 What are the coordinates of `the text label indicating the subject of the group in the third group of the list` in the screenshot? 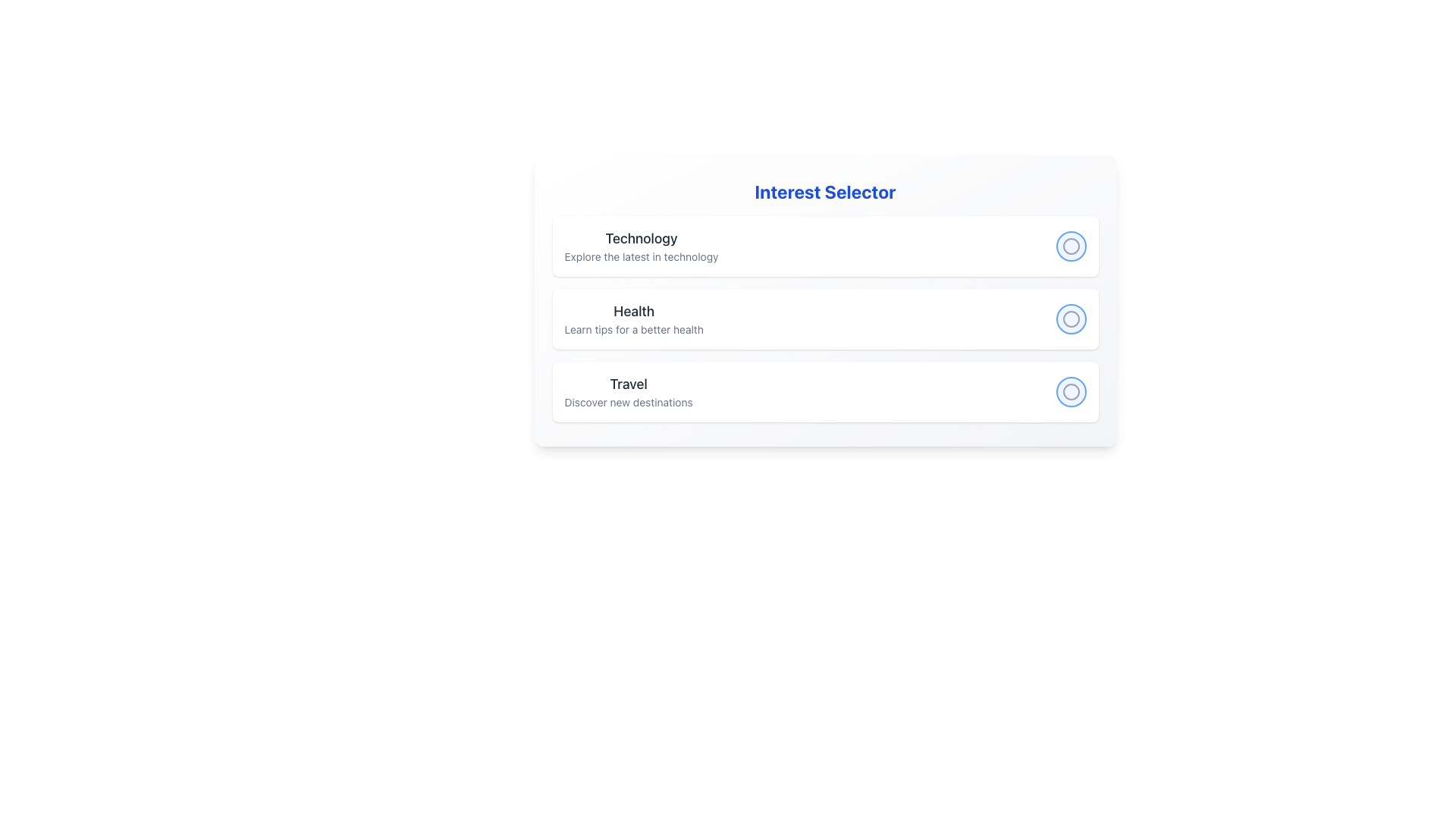 It's located at (629, 383).